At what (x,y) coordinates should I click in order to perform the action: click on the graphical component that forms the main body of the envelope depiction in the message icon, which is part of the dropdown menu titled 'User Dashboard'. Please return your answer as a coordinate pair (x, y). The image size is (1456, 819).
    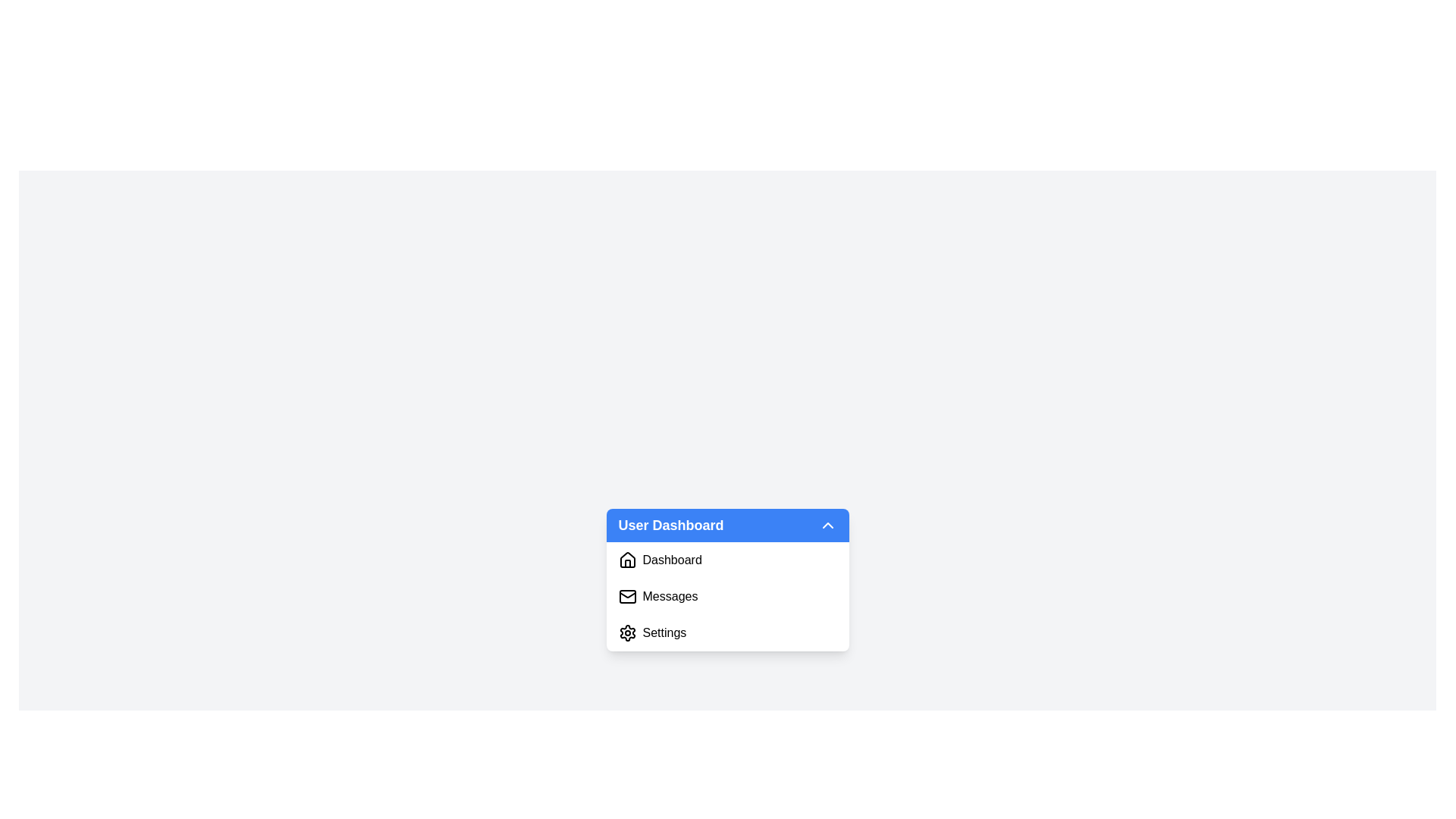
    Looking at the image, I should click on (627, 595).